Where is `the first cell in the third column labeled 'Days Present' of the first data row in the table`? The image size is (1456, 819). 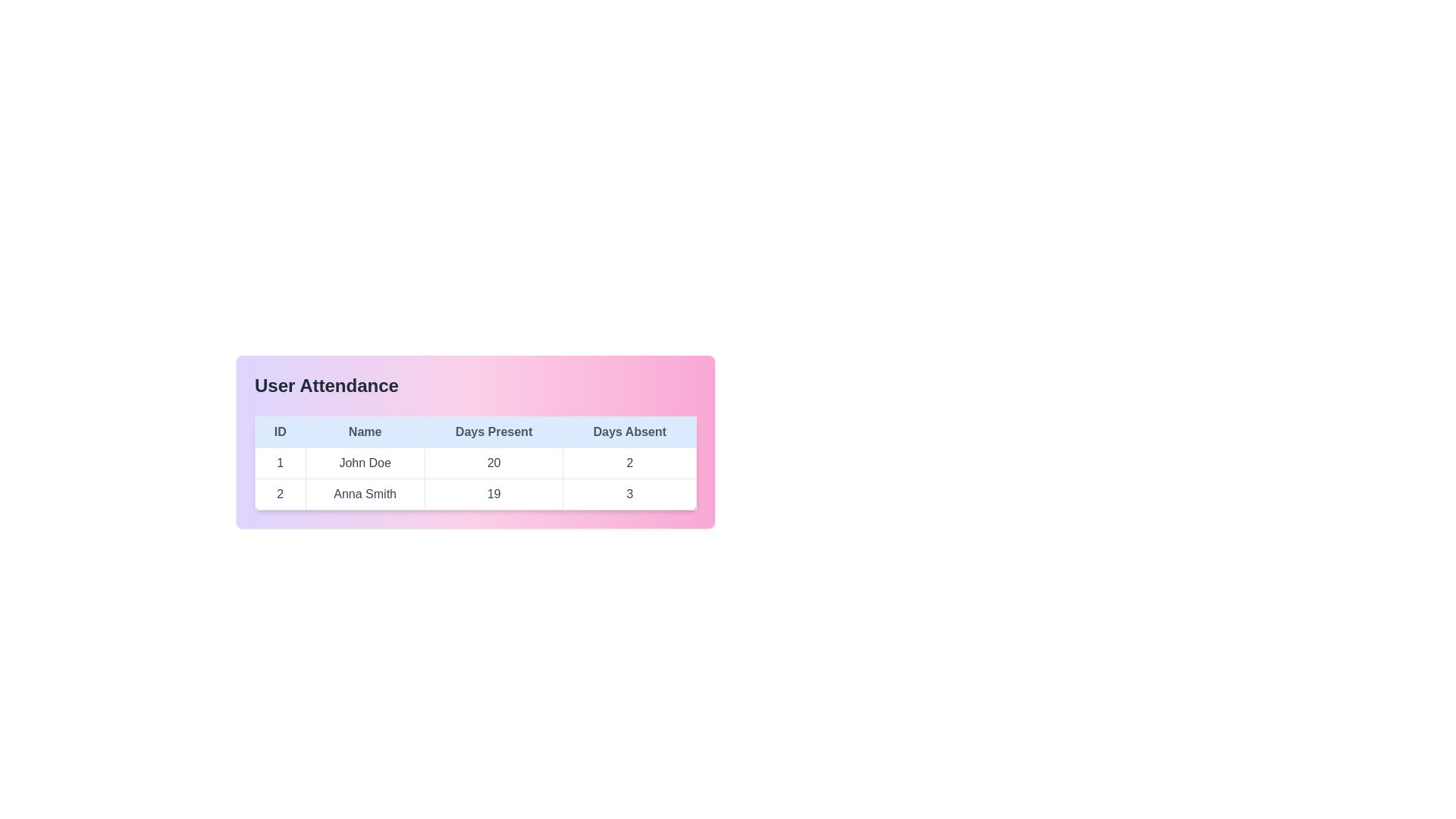 the first cell in the third column labeled 'Days Present' of the first data row in the table is located at coordinates (475, 479).